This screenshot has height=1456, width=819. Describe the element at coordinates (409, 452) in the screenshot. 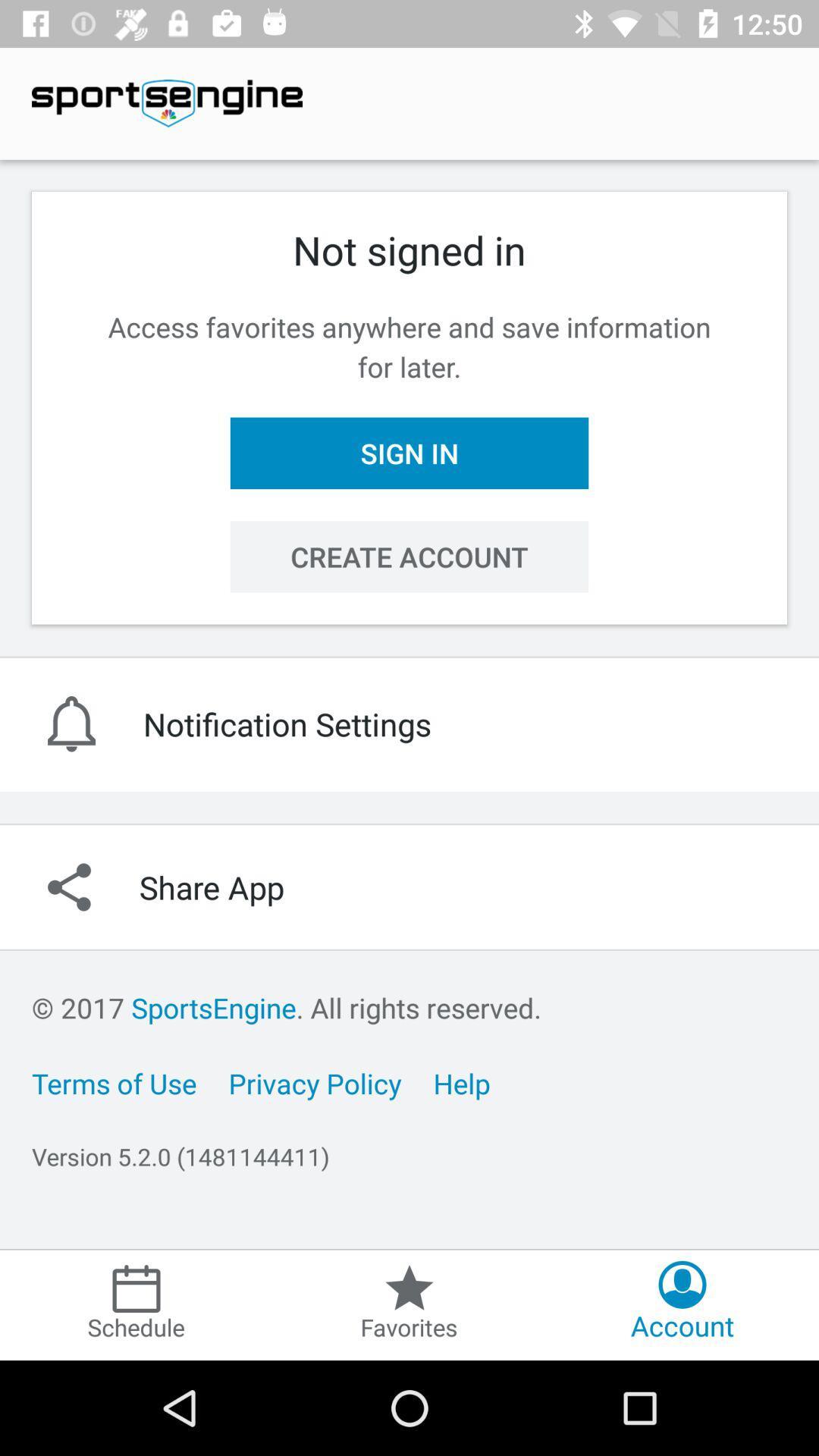

I see `icon below the access favorites anywhere` at that location.